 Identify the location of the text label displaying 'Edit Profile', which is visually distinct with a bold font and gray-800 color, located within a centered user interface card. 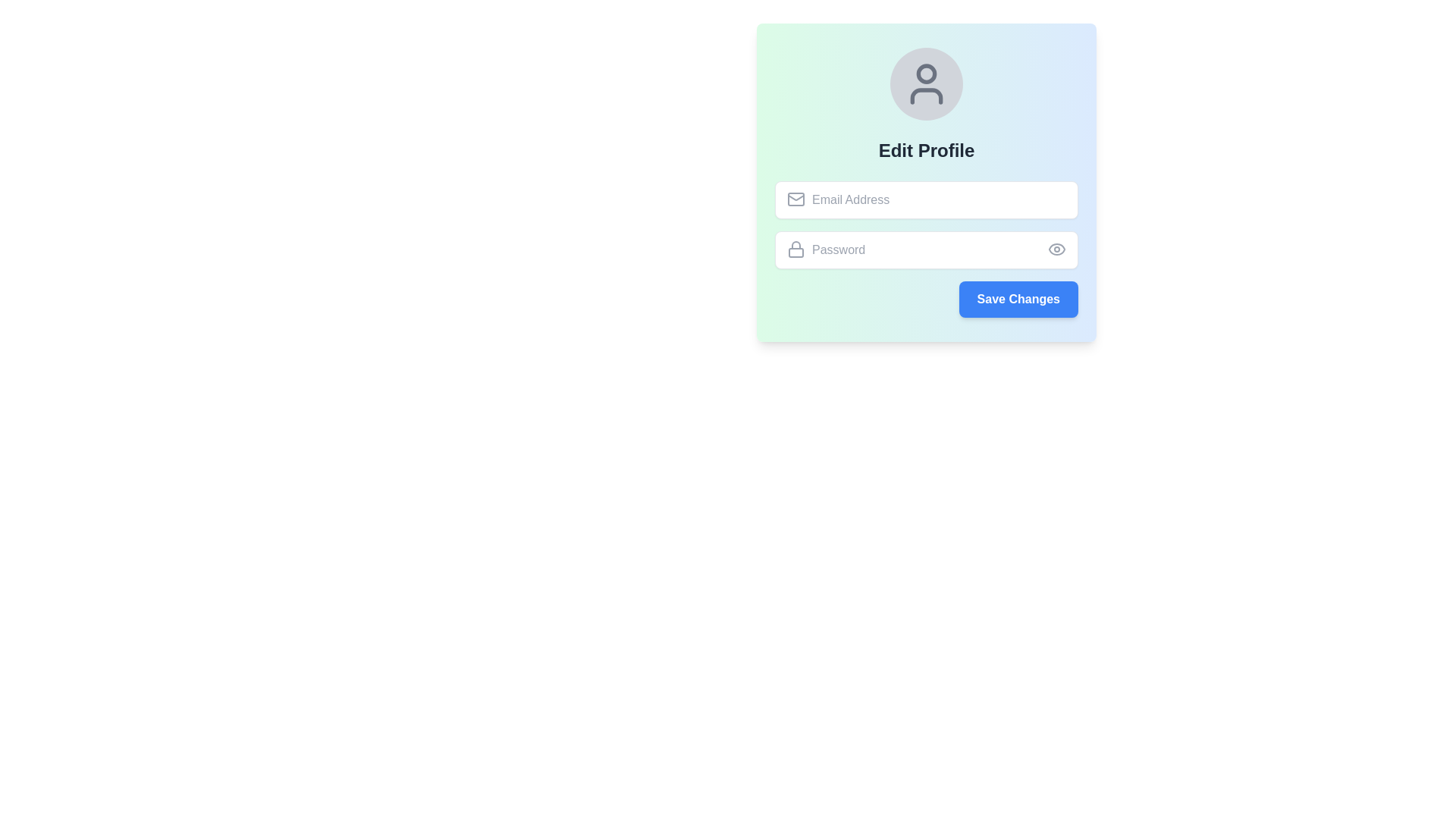
(926, 151).